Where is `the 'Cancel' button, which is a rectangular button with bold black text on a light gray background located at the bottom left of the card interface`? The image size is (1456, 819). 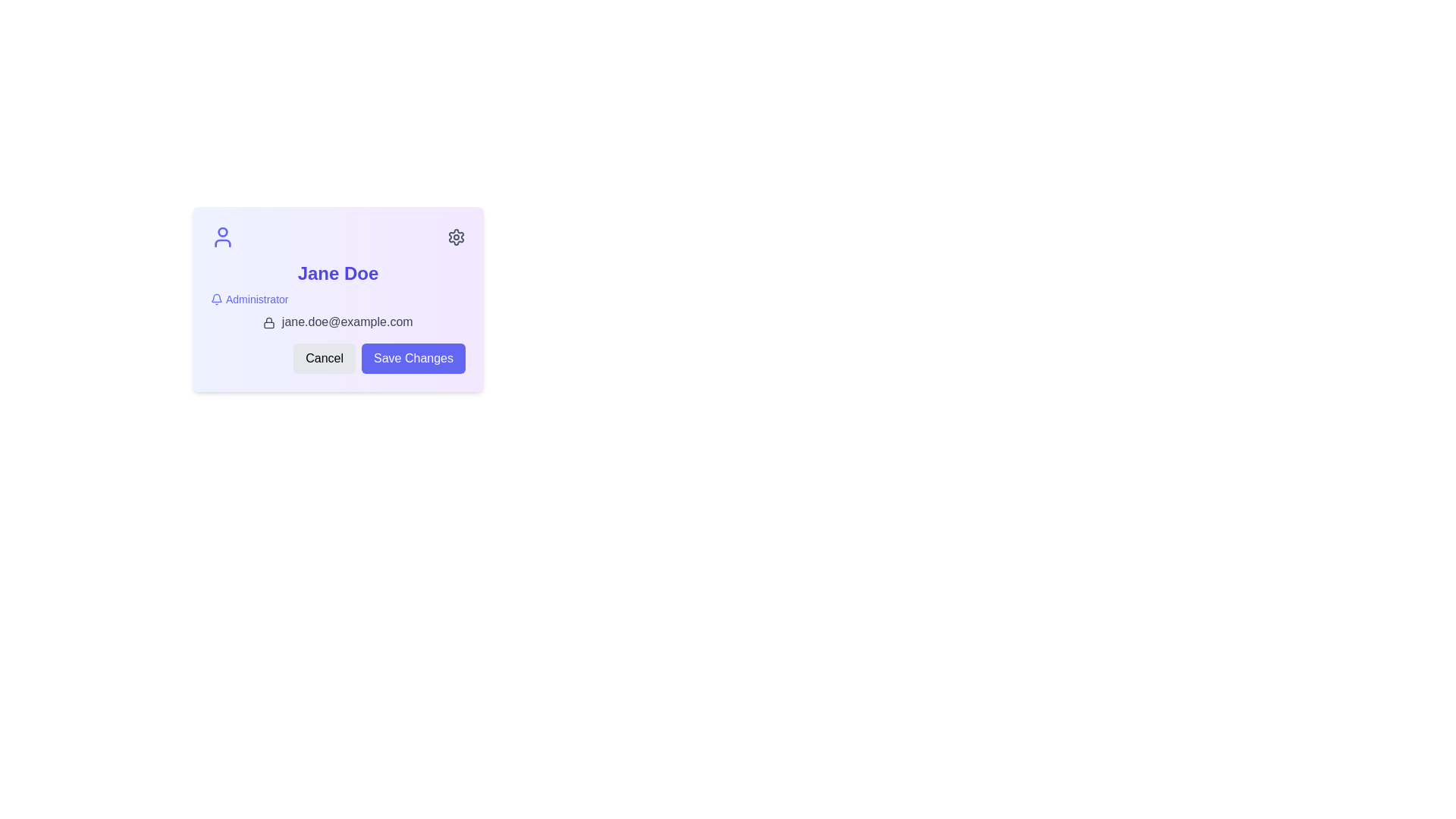
the 'Cancel' button, which is a rectangular button with bold black text on a light gray background located at the bottom left of the card interface is located at coordinates (324, 359).